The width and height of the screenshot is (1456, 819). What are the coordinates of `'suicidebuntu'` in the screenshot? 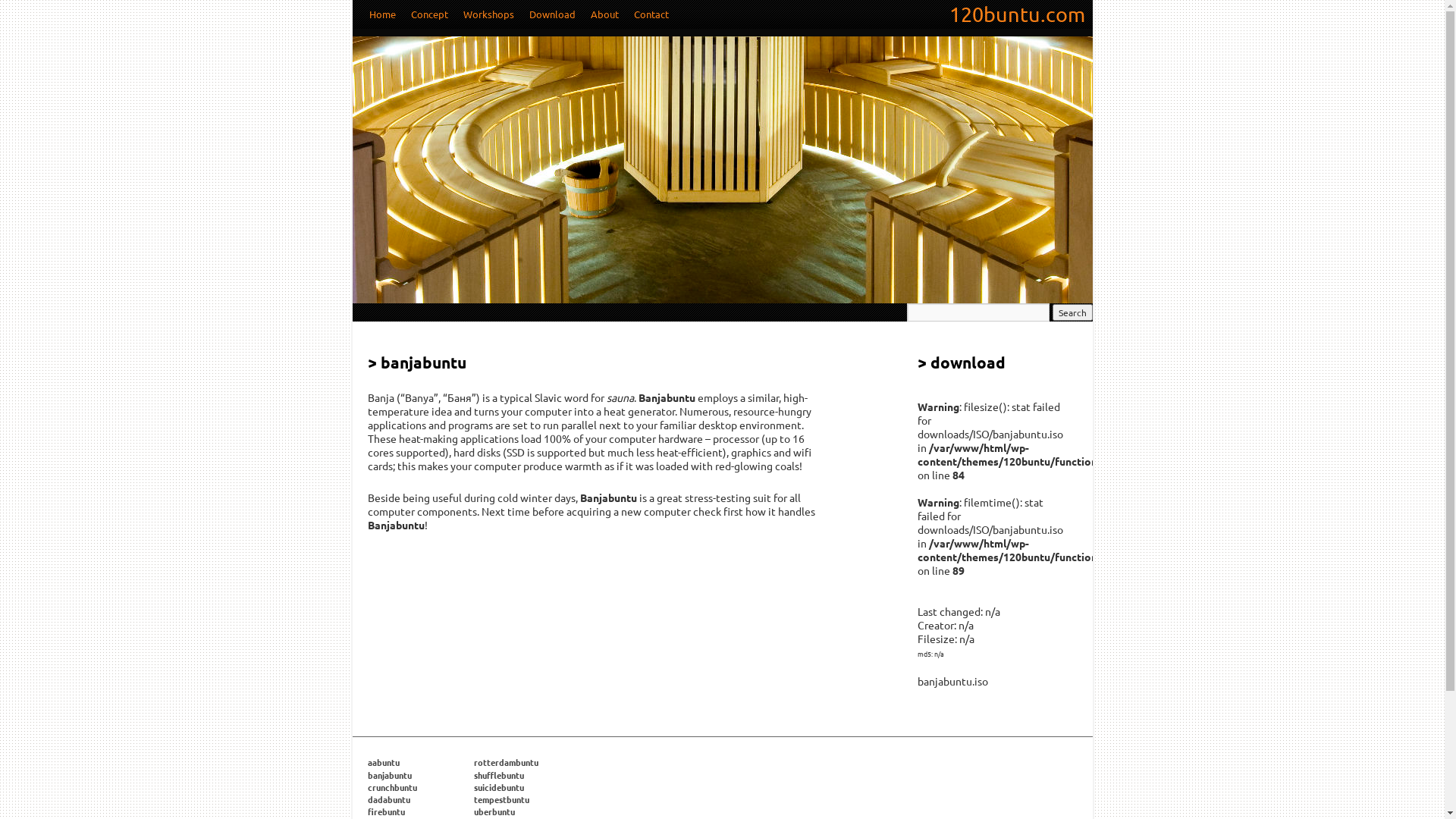 It's located at (498, 786).